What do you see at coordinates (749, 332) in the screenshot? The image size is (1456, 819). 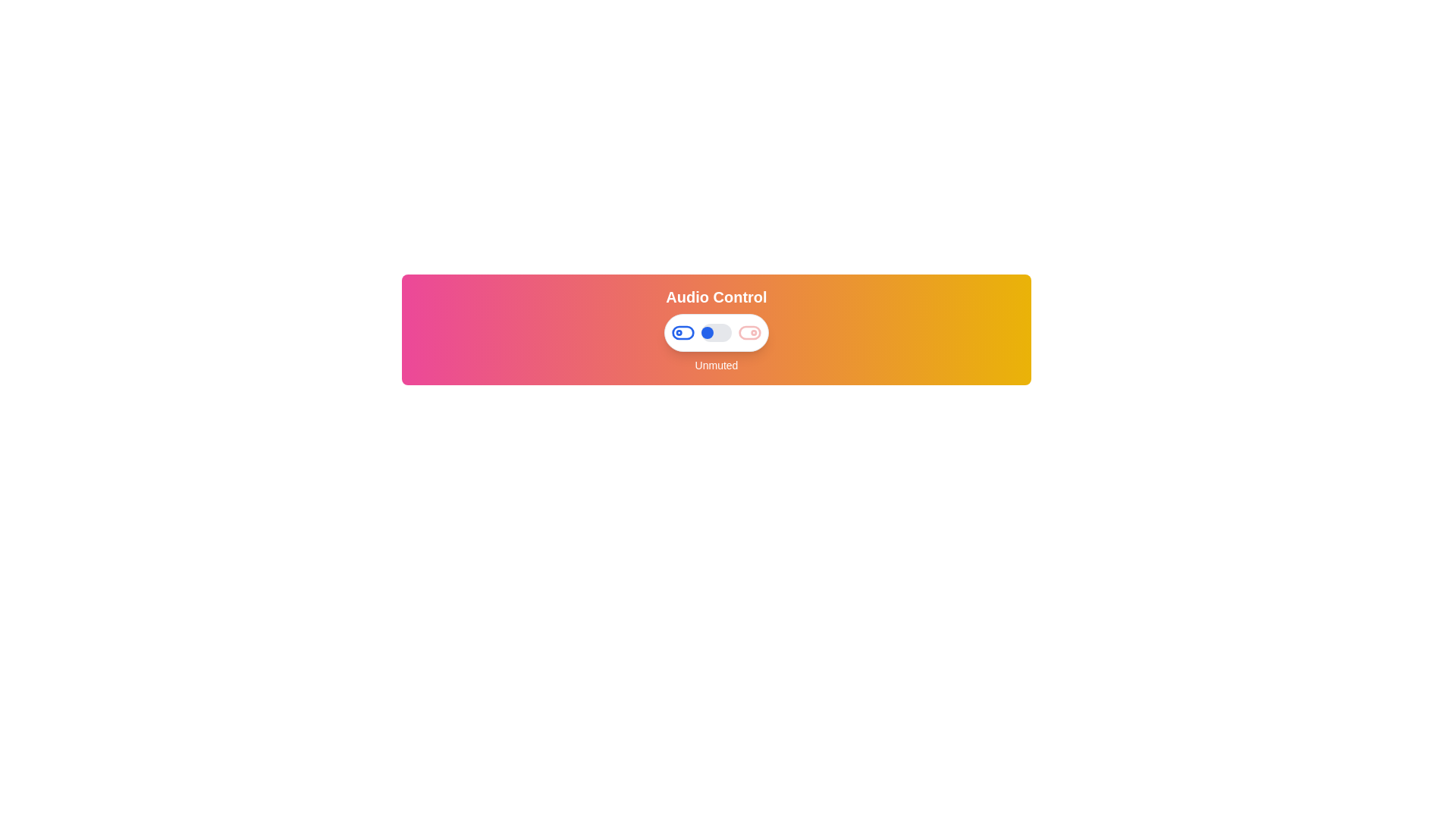 I see `the rightmost toggle button under the 'Audio Control' header` at bounding box center [749, 332].